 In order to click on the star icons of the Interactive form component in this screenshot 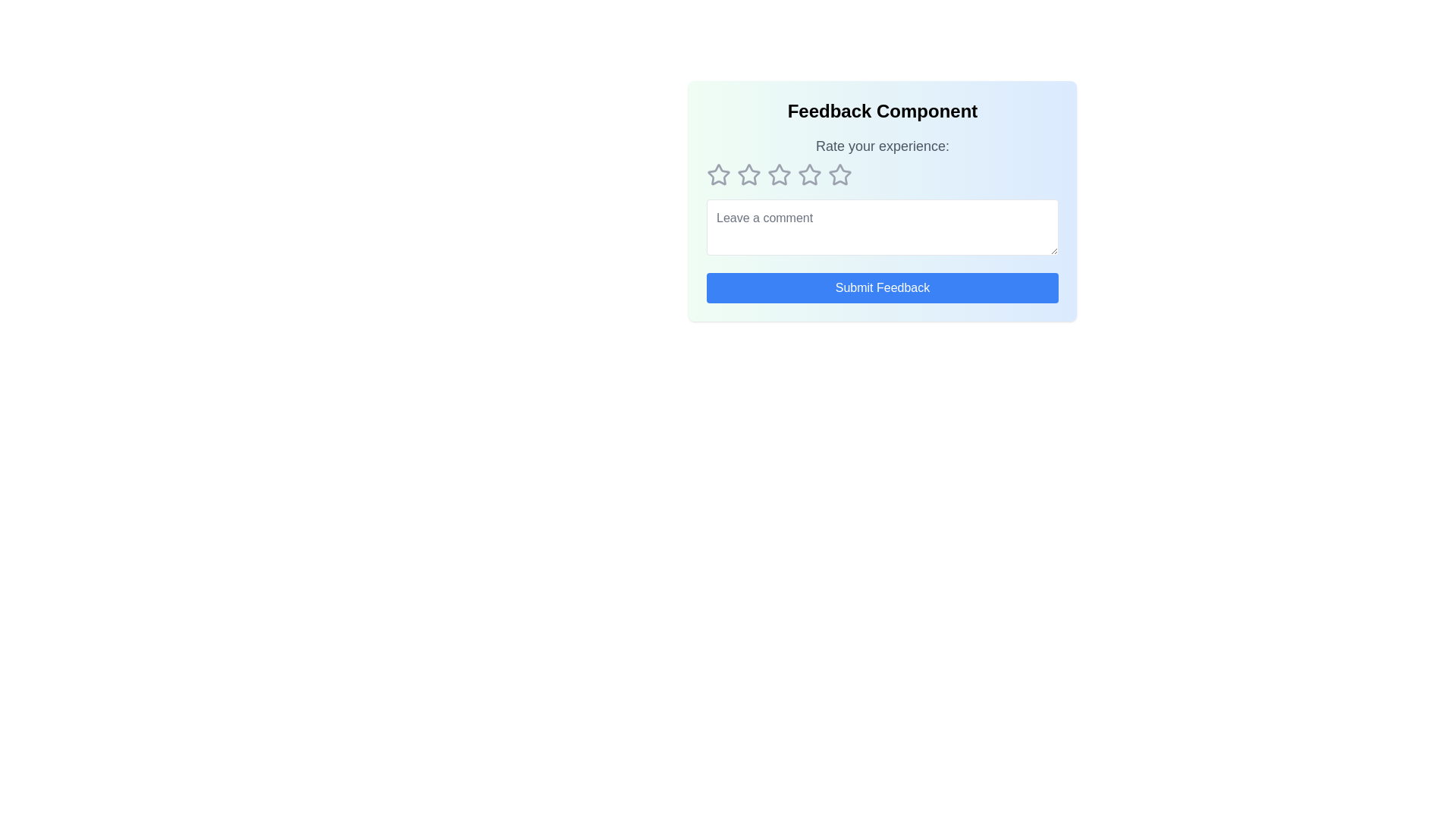, I will do `click(882, 200)`.